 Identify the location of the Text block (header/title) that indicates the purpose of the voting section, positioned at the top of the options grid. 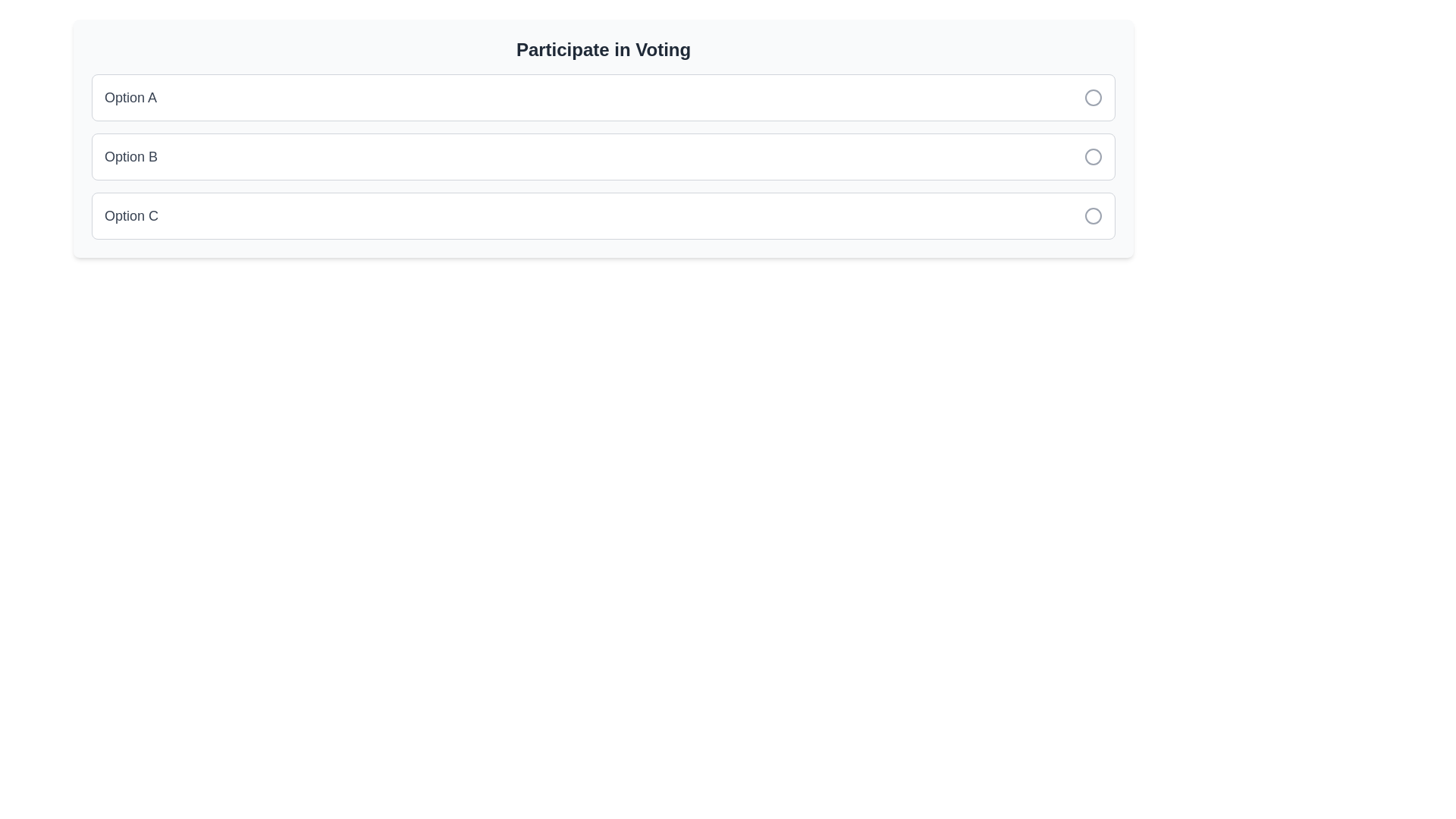
(603, 49).